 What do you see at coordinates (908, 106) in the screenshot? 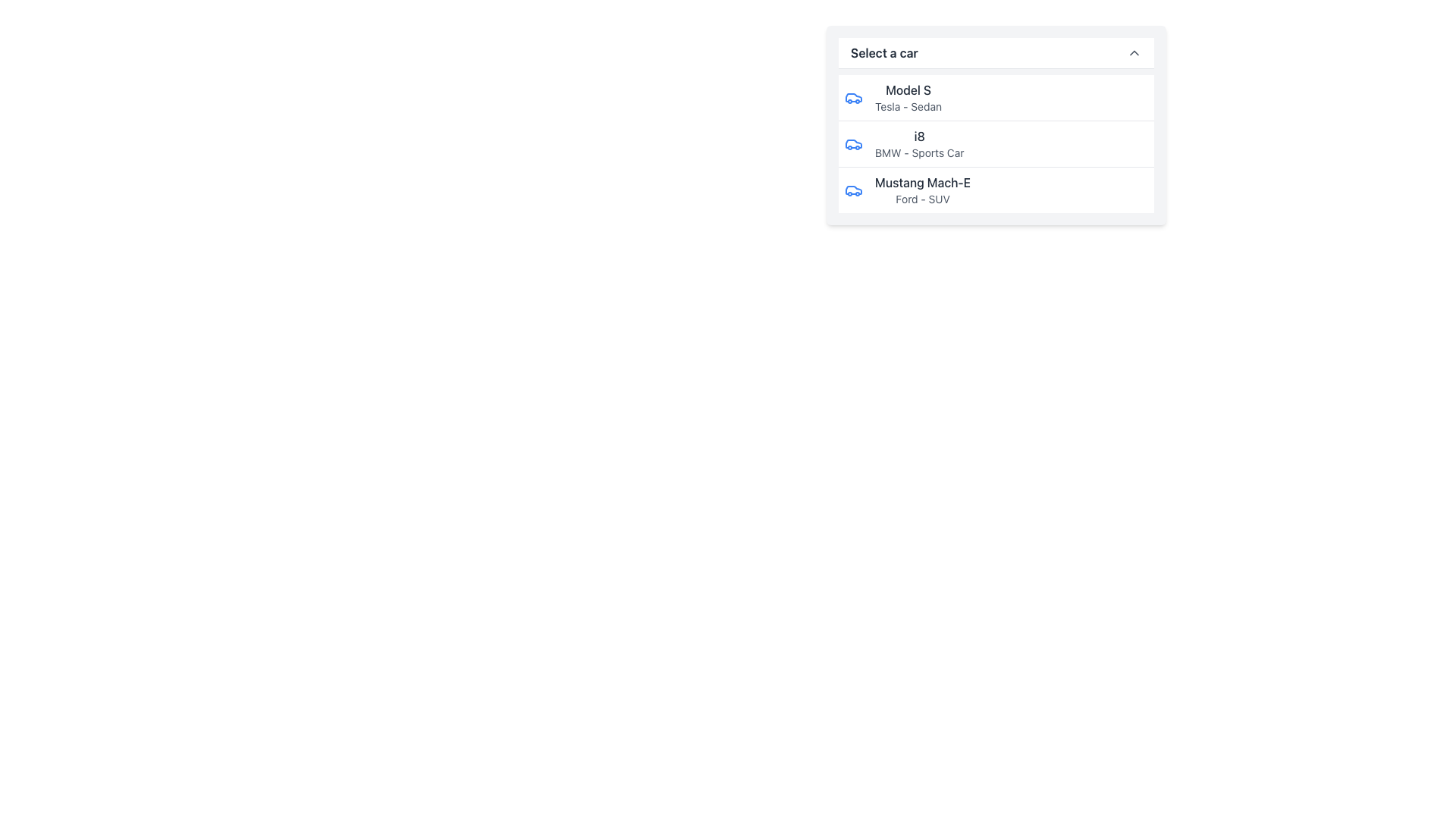
I see `text label 'Tesla - Sedan' located beneath 'Model S' in the dropdown menu under 'Select a car'` at bounding box center [908, 106].